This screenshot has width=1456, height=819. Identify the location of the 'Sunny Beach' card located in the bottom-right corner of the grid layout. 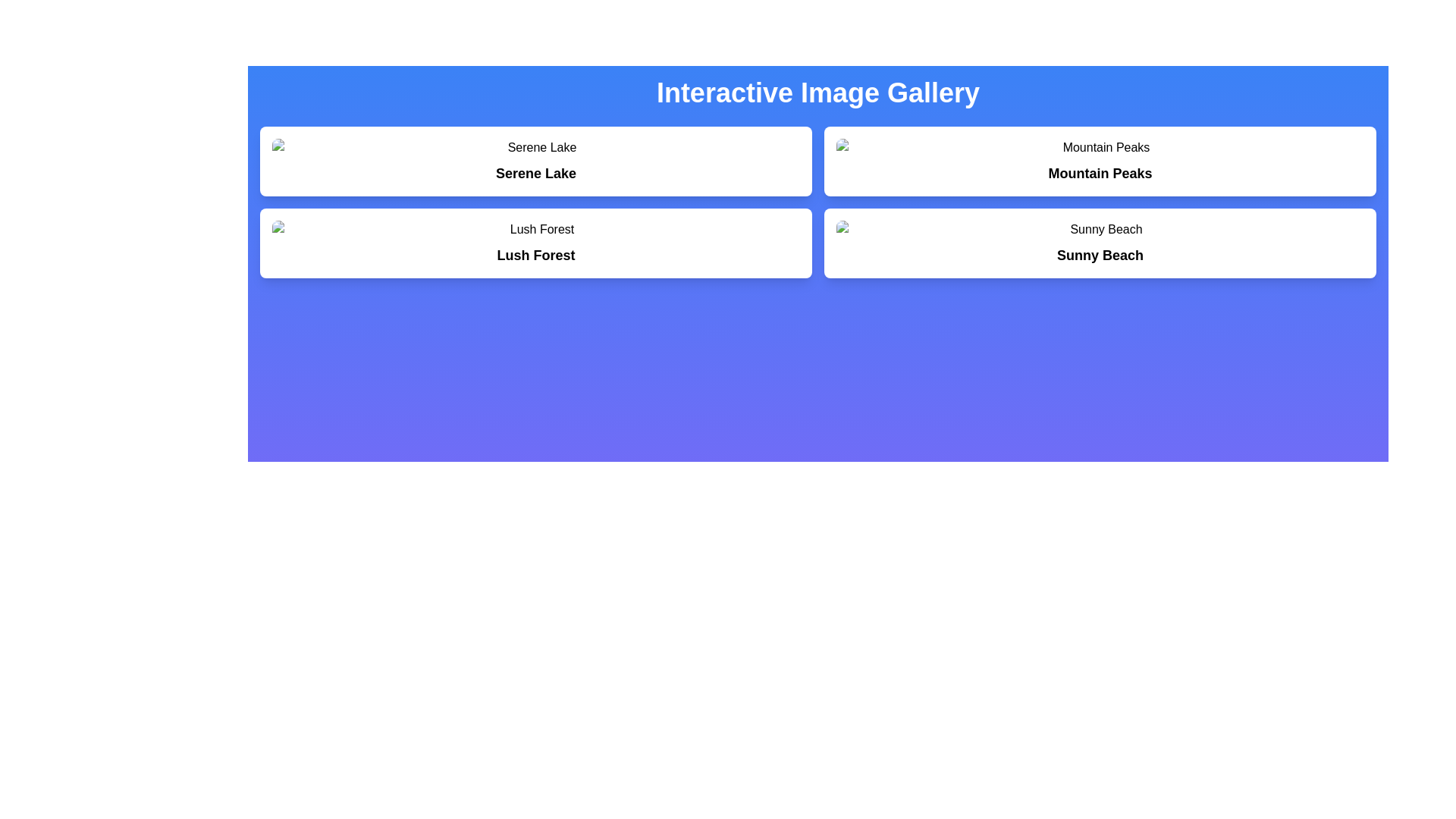
(1100, 242).